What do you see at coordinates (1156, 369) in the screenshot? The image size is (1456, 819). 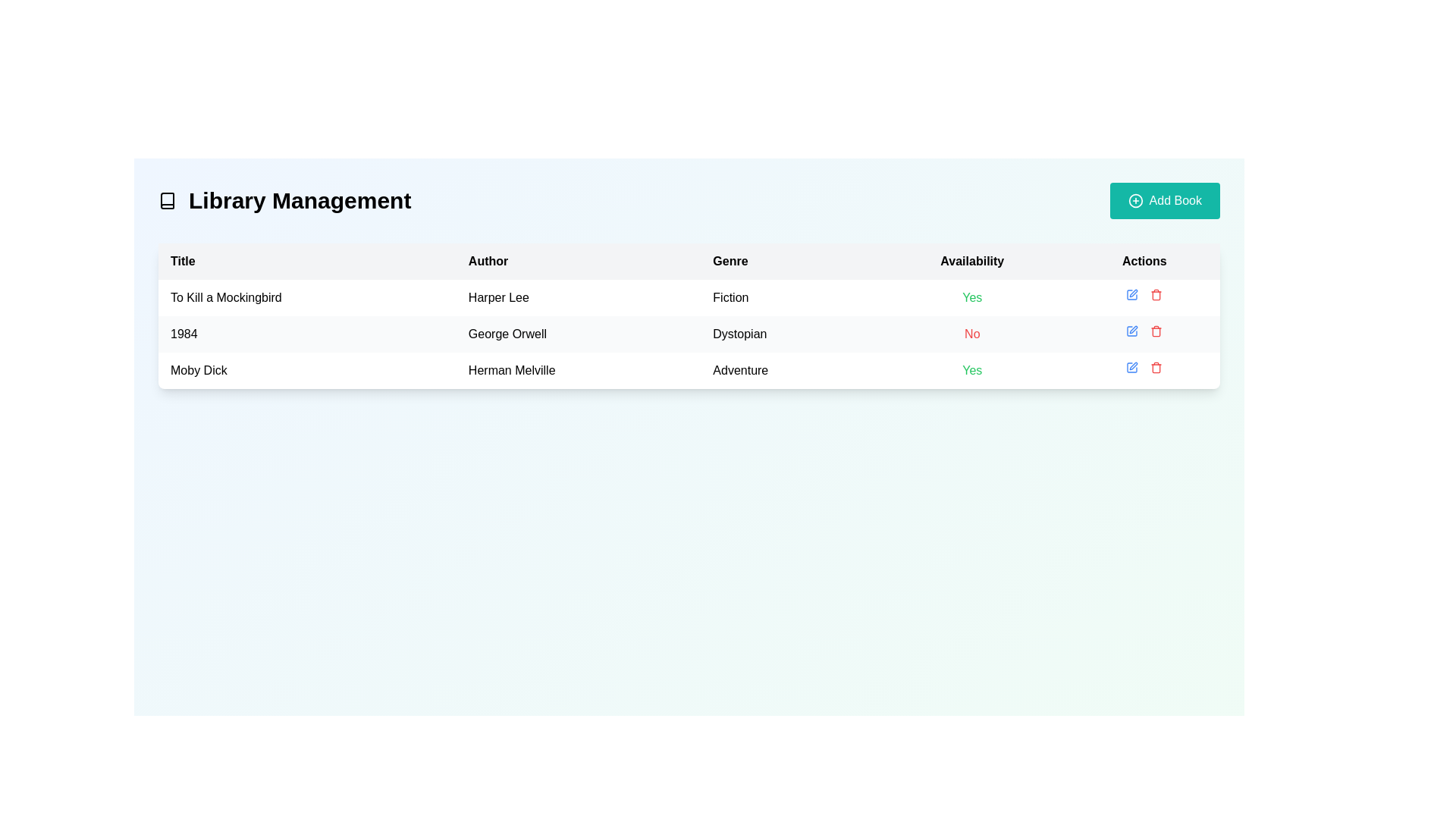 I see `the trash can icon located in the 'Actions' column of the third row in the list-style data table, which suggests a delete or remove function` at bounding box center [1156, 369].